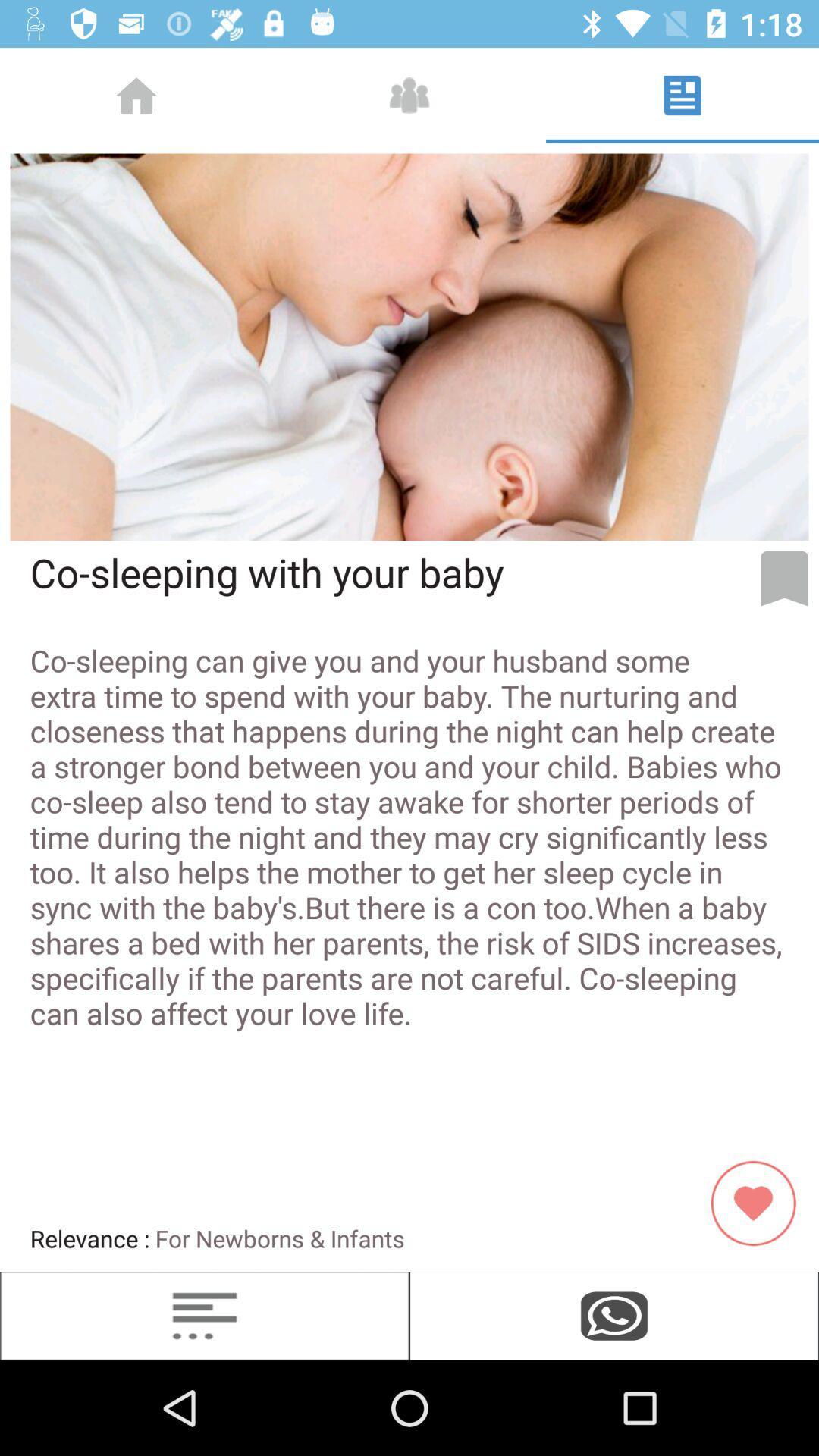  Describe the element at coordinates (759, 1201) in the screenshot. I see `the favorite icon` at that location.